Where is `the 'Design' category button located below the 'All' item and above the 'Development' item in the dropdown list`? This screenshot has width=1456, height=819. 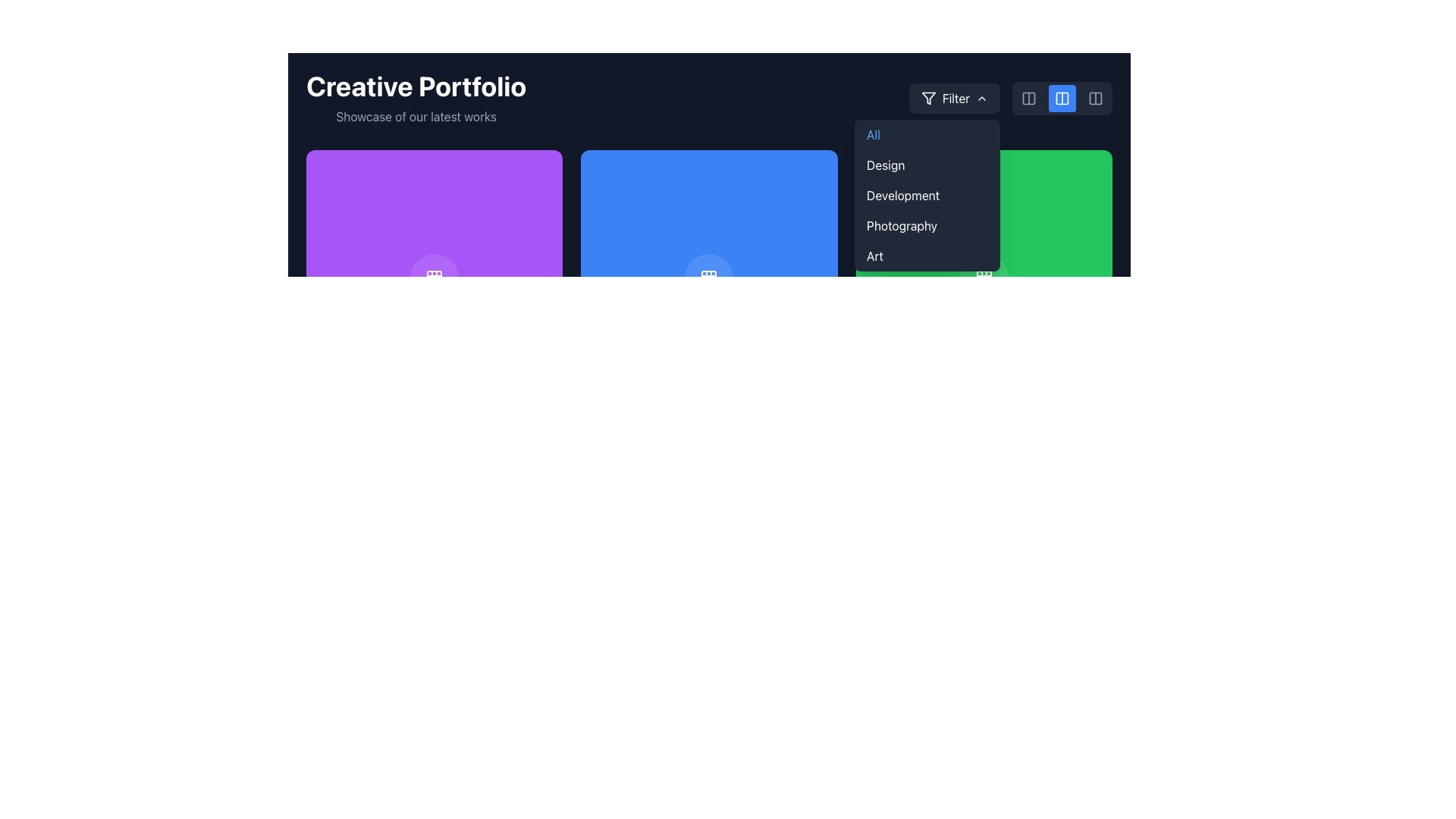 the 'Design' category button located below the 'All' item and above the 'Development' item in the dropdown list is located at coordinates (927, 165).